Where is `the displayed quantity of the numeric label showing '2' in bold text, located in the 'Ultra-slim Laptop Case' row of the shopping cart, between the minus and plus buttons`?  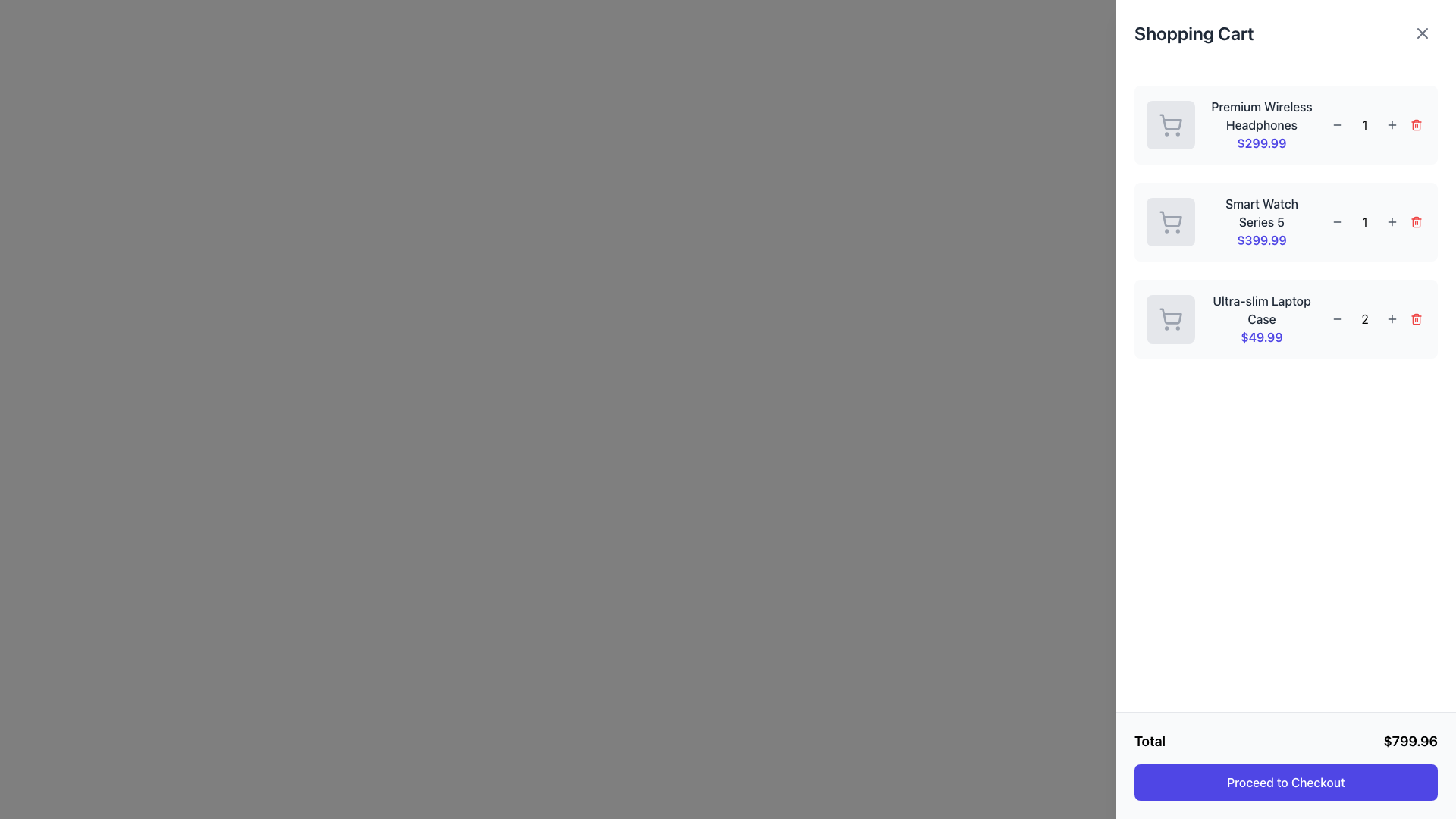 the displayed quantity of the numeric label showing '2' in bold text, located in the 'Ultra-slim Laptop Case' row of the shopping cart, between the minus and plus buttons is located at coordinates (1365, 318).